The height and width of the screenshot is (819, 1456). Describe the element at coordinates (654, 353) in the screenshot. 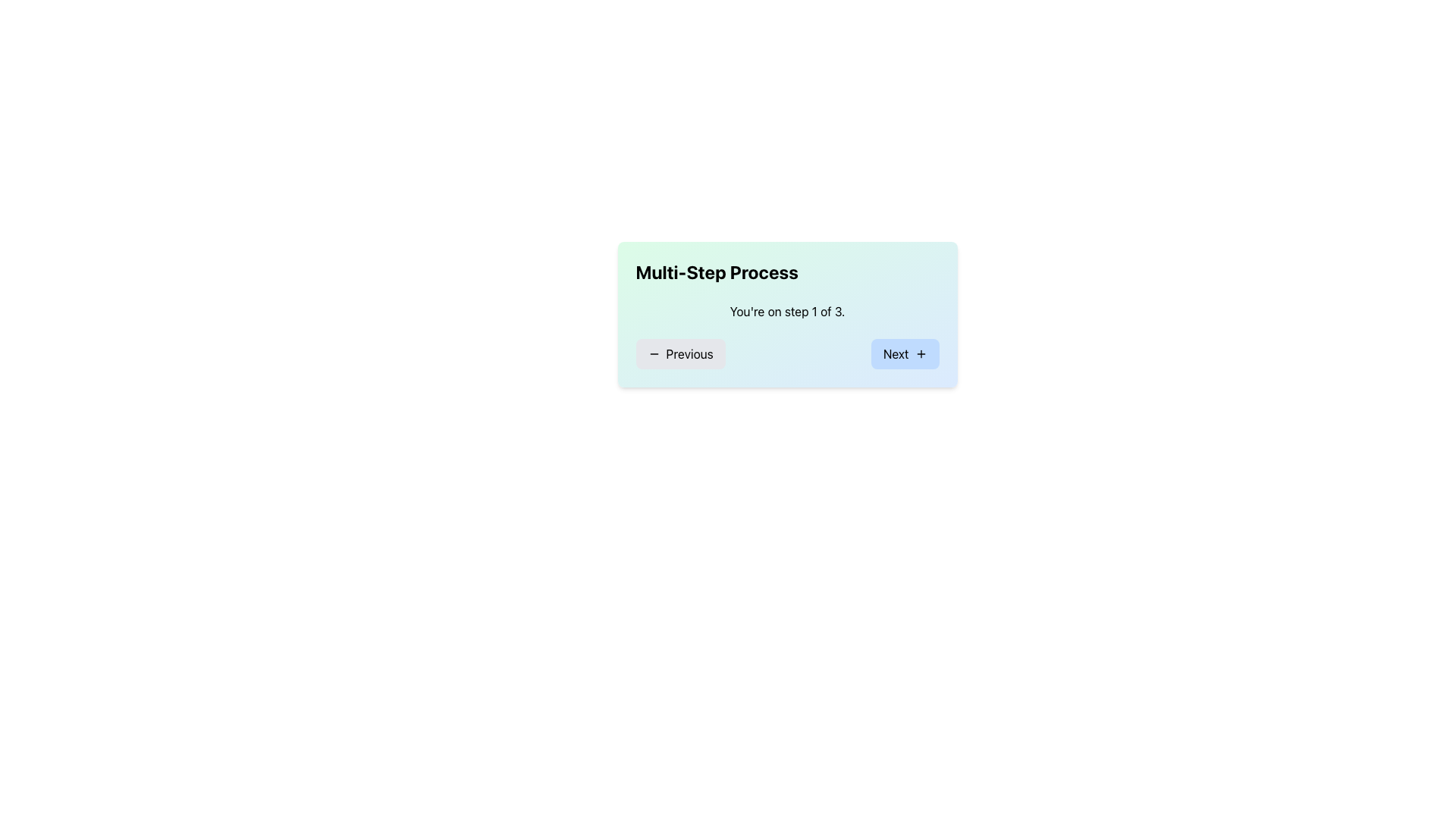

I see `the decorative icon representing the 'Previous' action, located to the immediate left of the text 'Previous' within the button` at that location.